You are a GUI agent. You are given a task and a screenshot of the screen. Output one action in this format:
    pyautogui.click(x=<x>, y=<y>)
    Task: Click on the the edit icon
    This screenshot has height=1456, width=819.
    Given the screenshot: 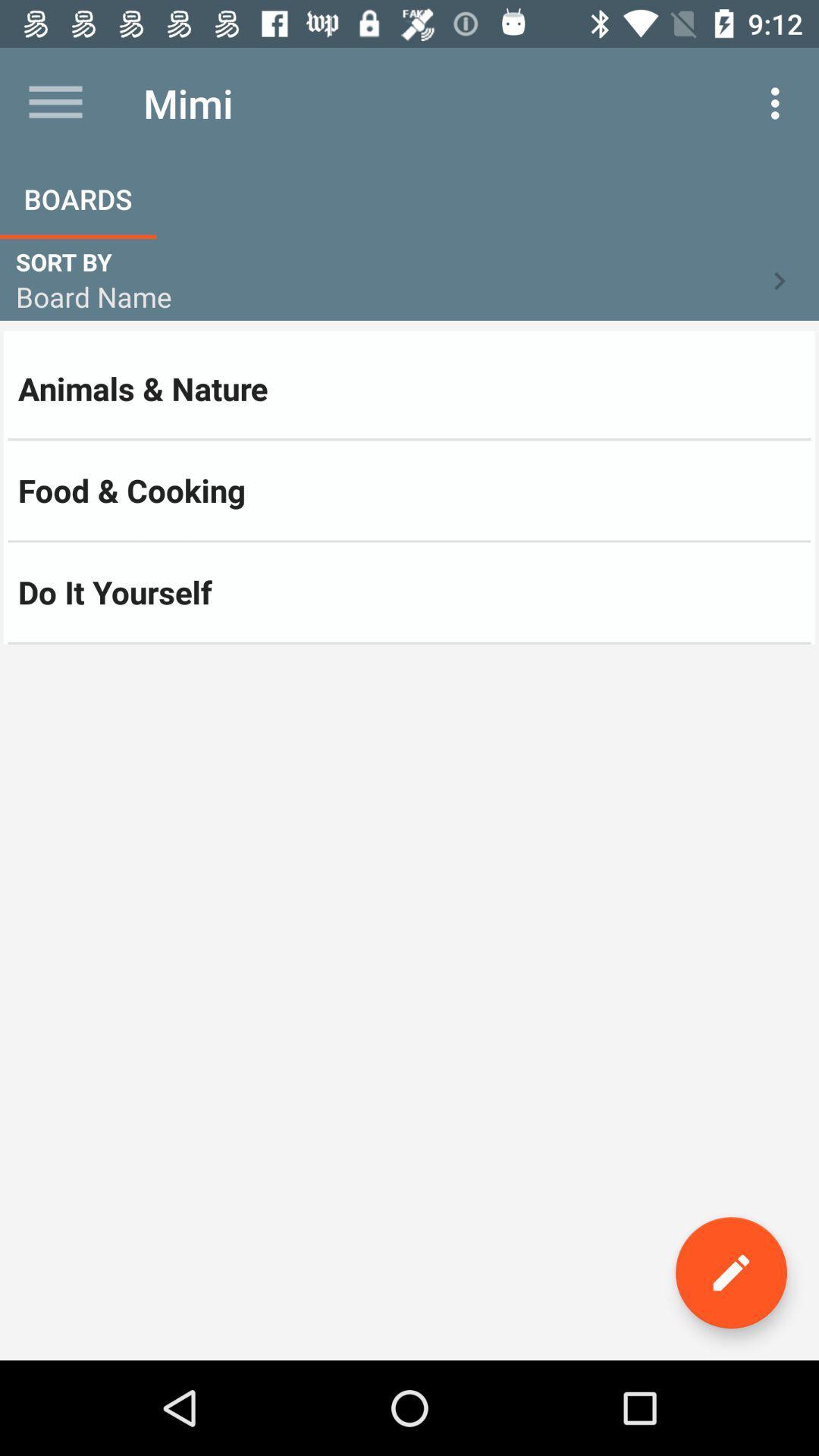 What is the action you would take?
    pyautogui.click(x=730, y=1272)
    